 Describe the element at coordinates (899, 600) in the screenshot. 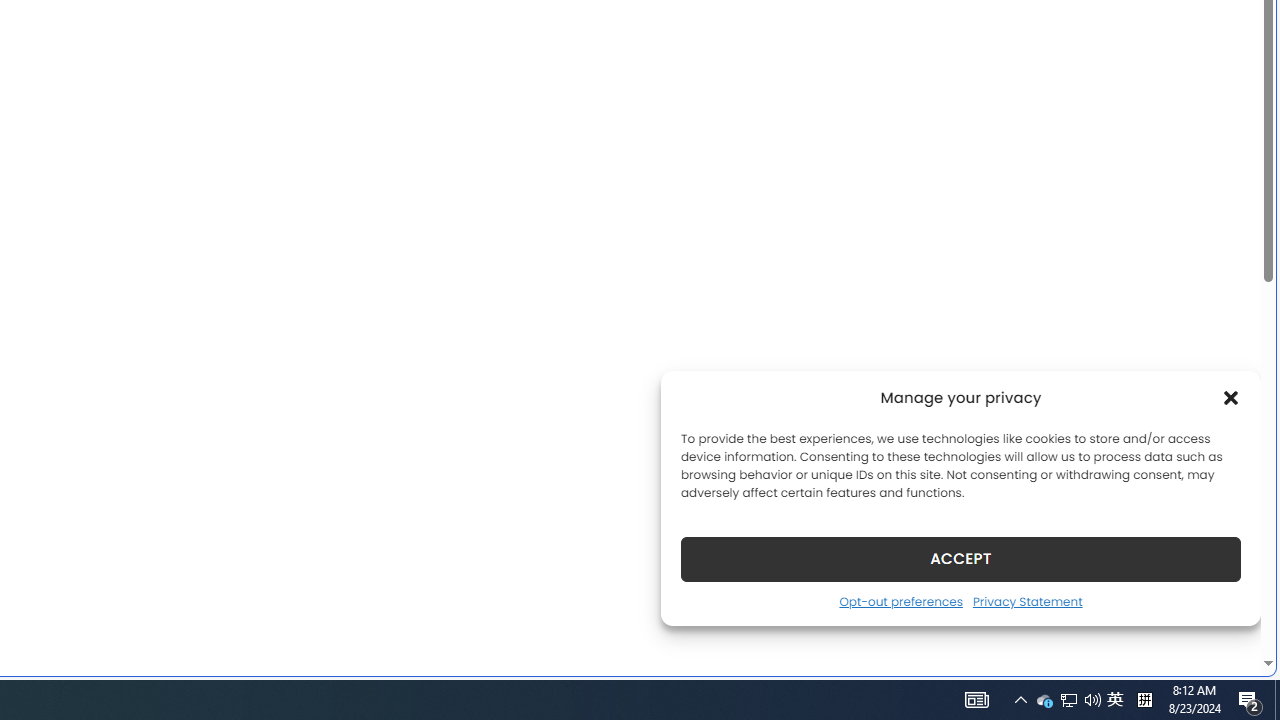

I see `'Opt-out preferences'` at that location.